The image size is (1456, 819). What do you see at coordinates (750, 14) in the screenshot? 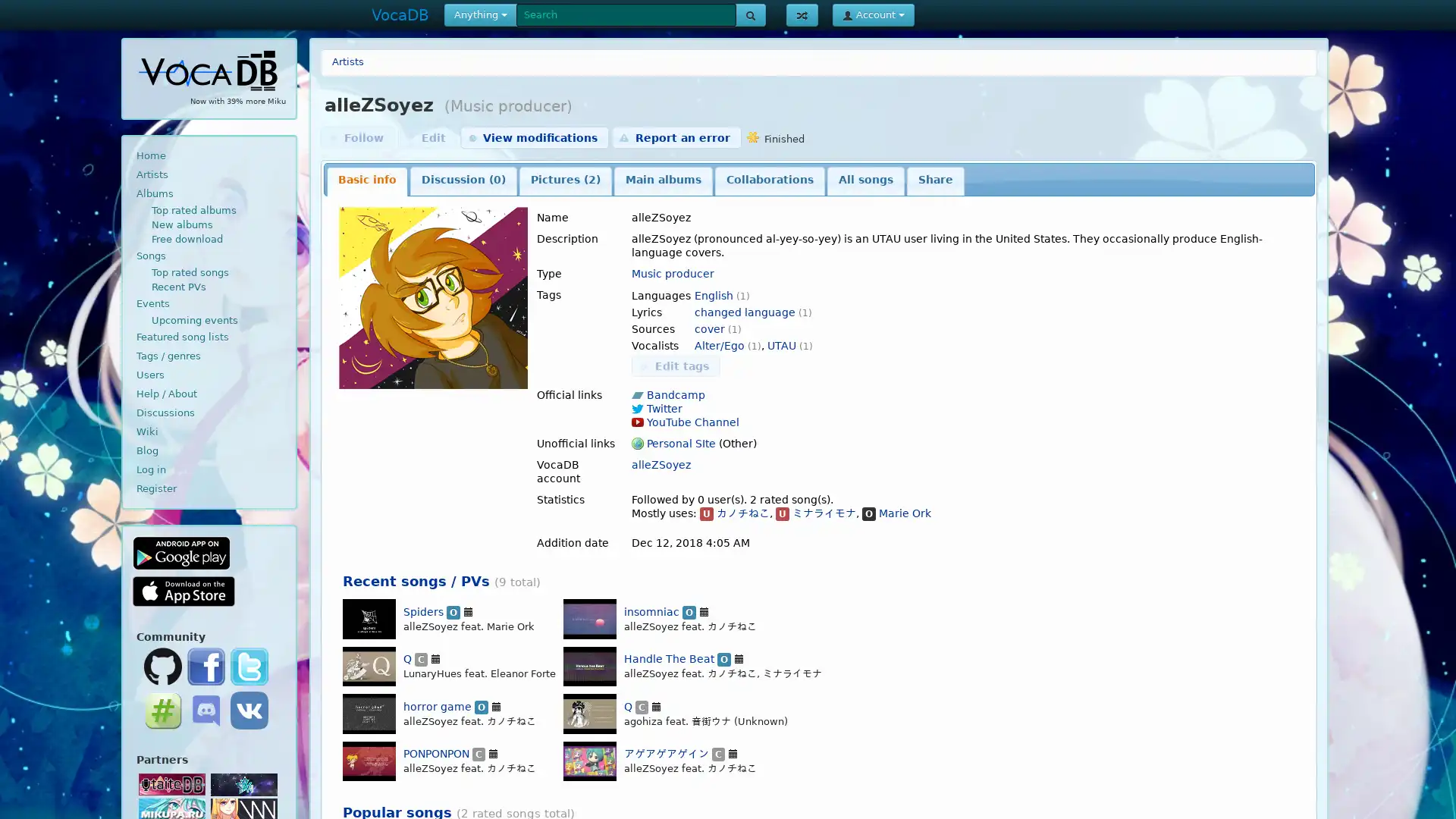
I see `Search` at bounding box center [750, 14].